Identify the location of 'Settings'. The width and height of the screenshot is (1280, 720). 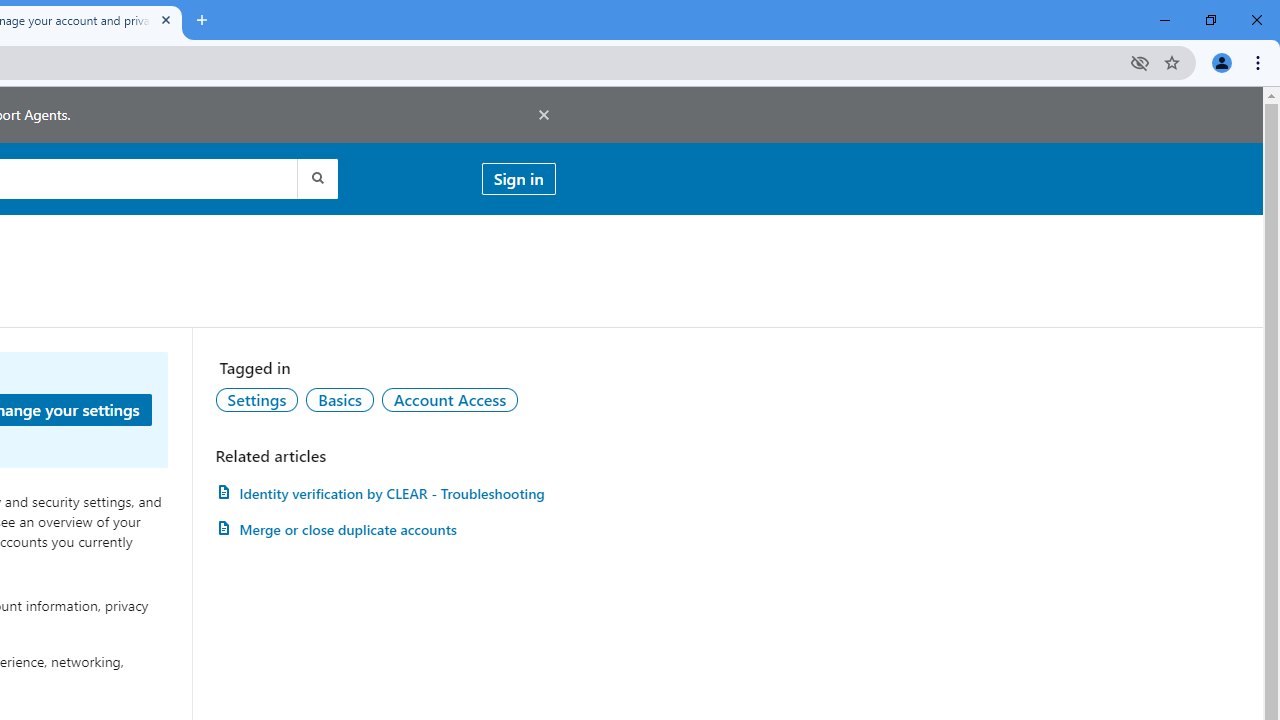
(256, 399).